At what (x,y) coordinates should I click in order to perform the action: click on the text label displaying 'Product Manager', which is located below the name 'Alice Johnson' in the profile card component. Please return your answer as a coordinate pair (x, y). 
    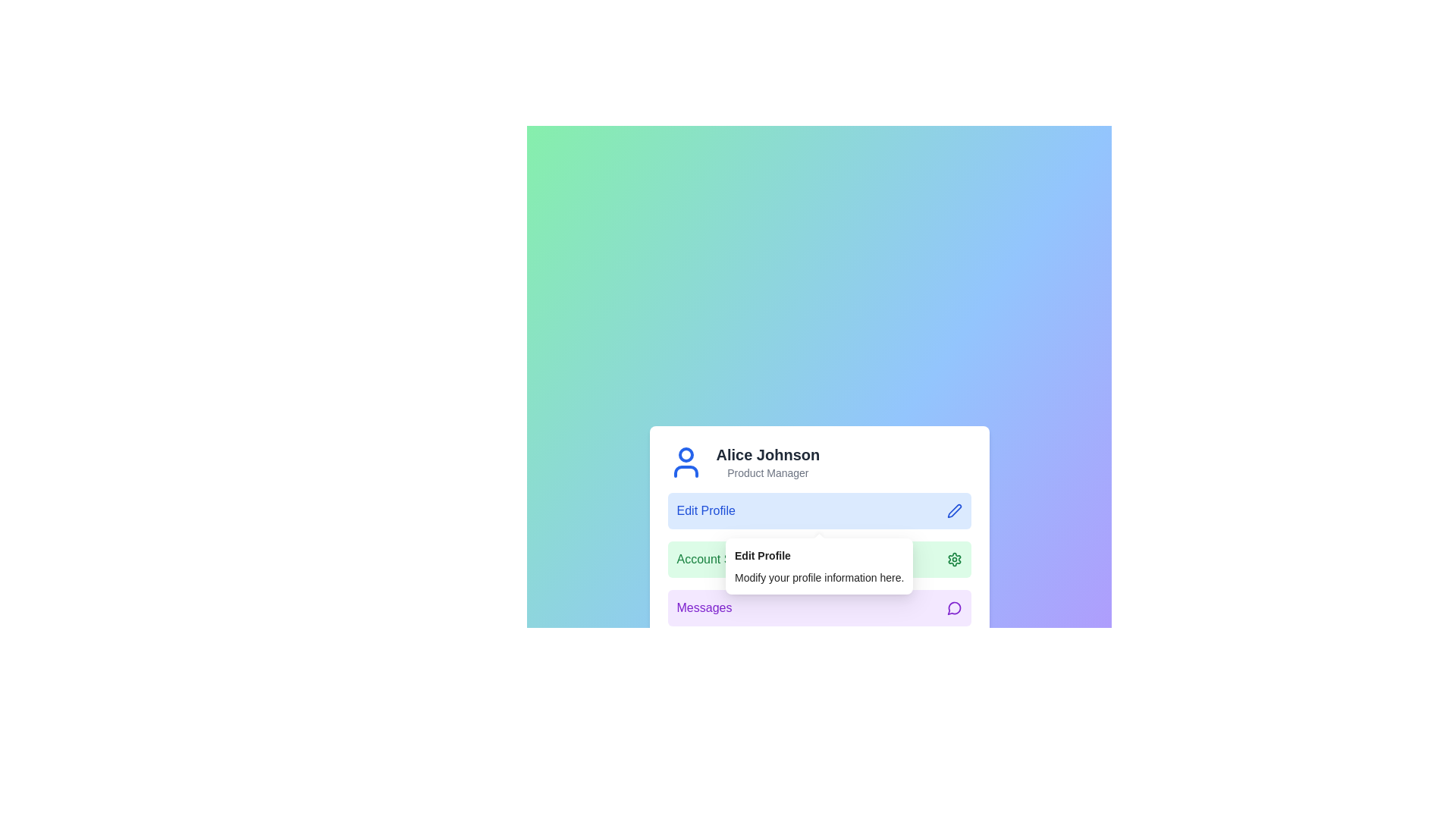
    Looking at the image, I should click on (767, 472).